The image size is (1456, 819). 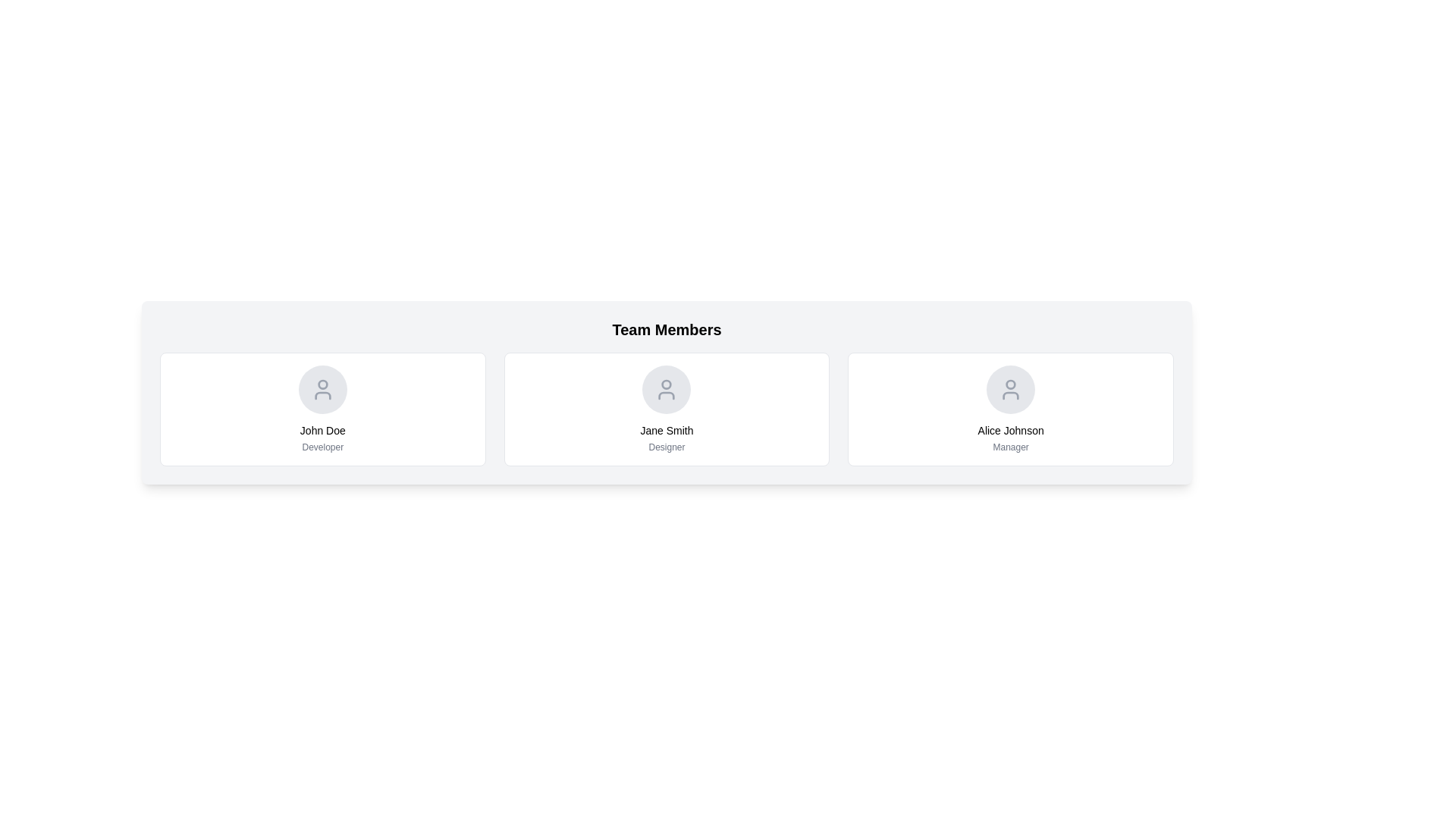 What do you see at coordinates (322, 384) in the screenshot?
I see `the circular graphical element representing the profile avatar of 'John Doe' in the first card of the 'Team Members' section` at bounding box center [322, 384].